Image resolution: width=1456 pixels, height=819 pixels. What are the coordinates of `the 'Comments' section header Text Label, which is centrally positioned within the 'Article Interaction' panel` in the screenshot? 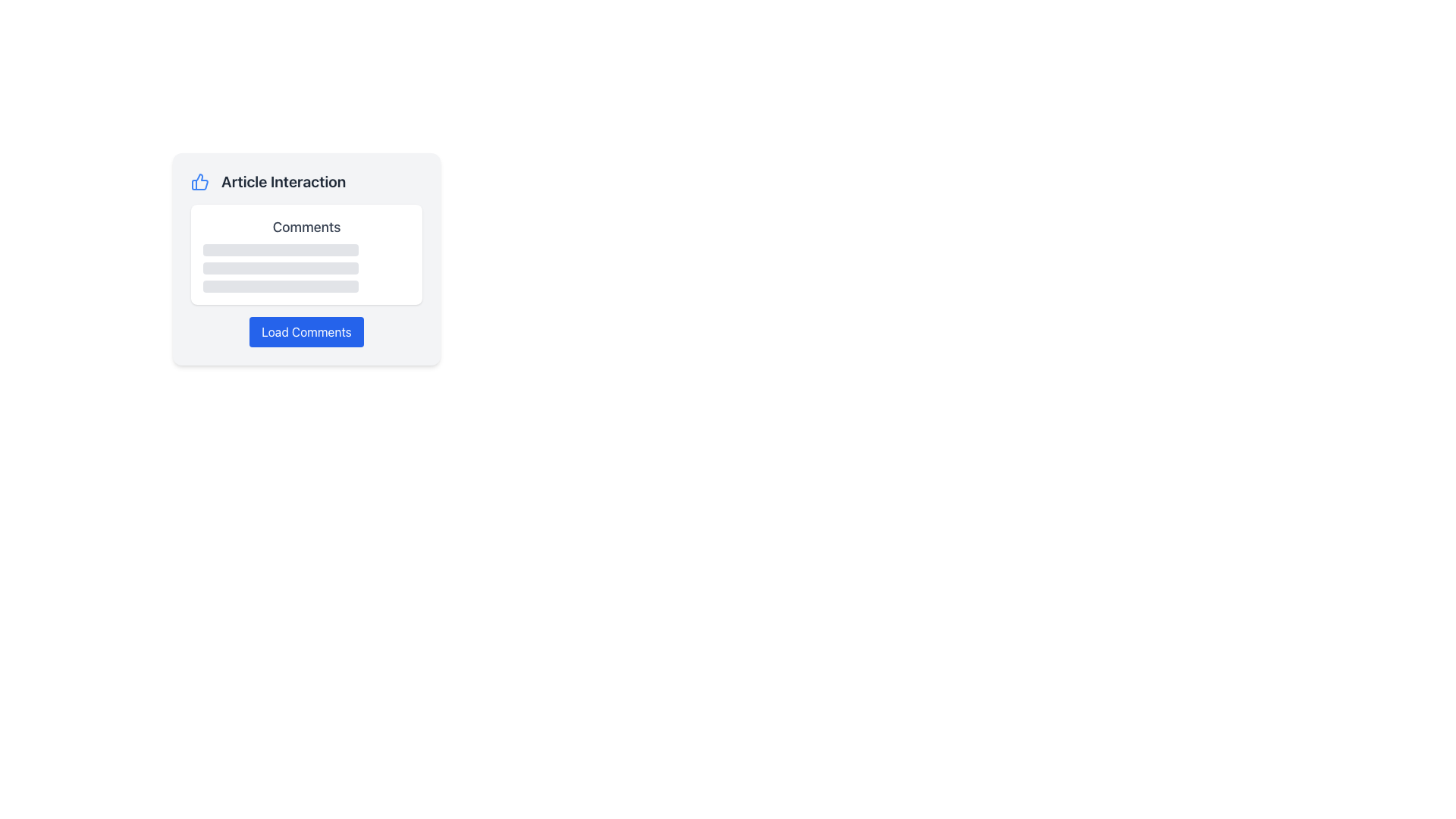 It's located at (306, 227).